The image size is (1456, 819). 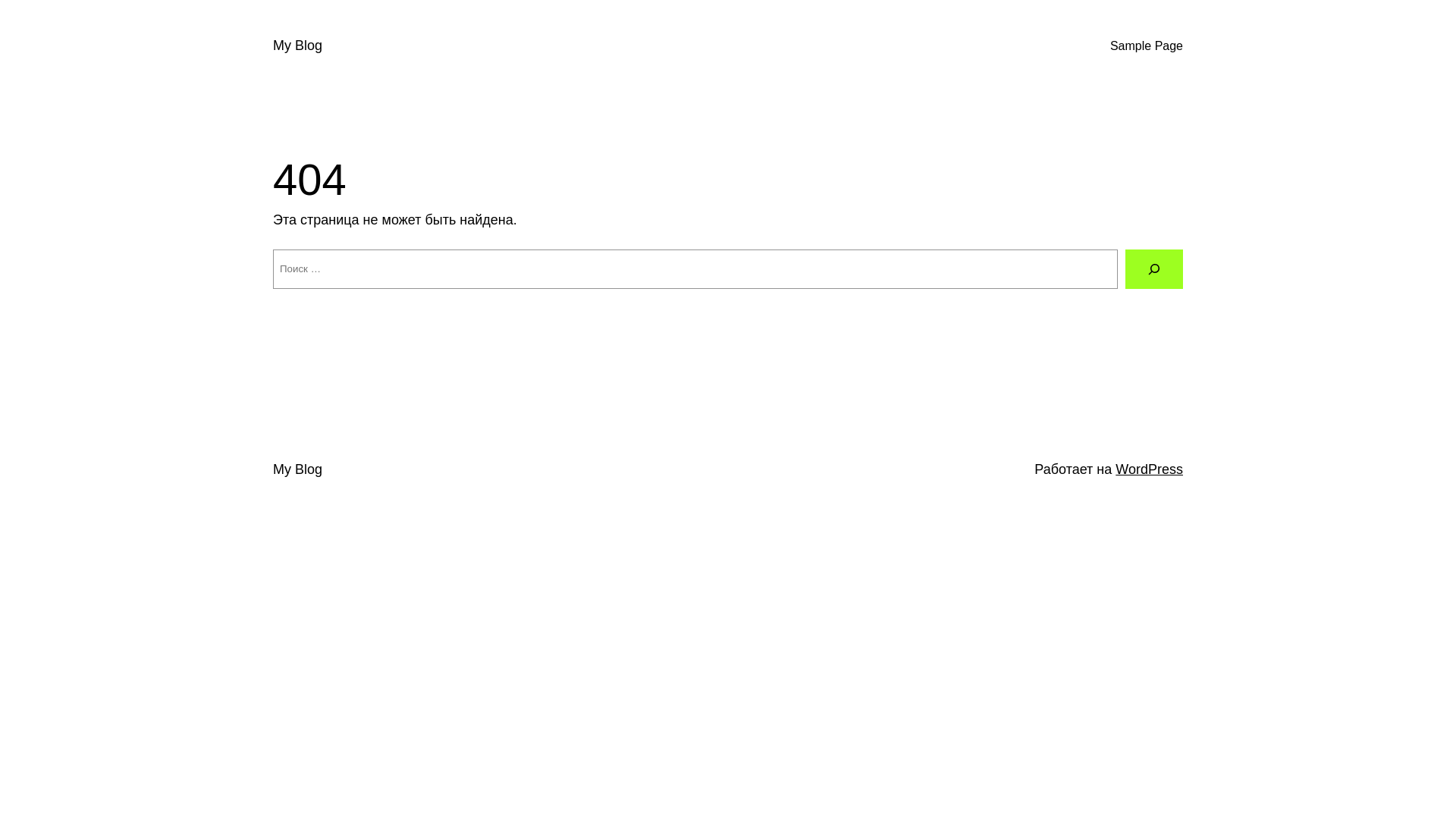 I want to click on 'My Blog', so click(x=297, y=45).